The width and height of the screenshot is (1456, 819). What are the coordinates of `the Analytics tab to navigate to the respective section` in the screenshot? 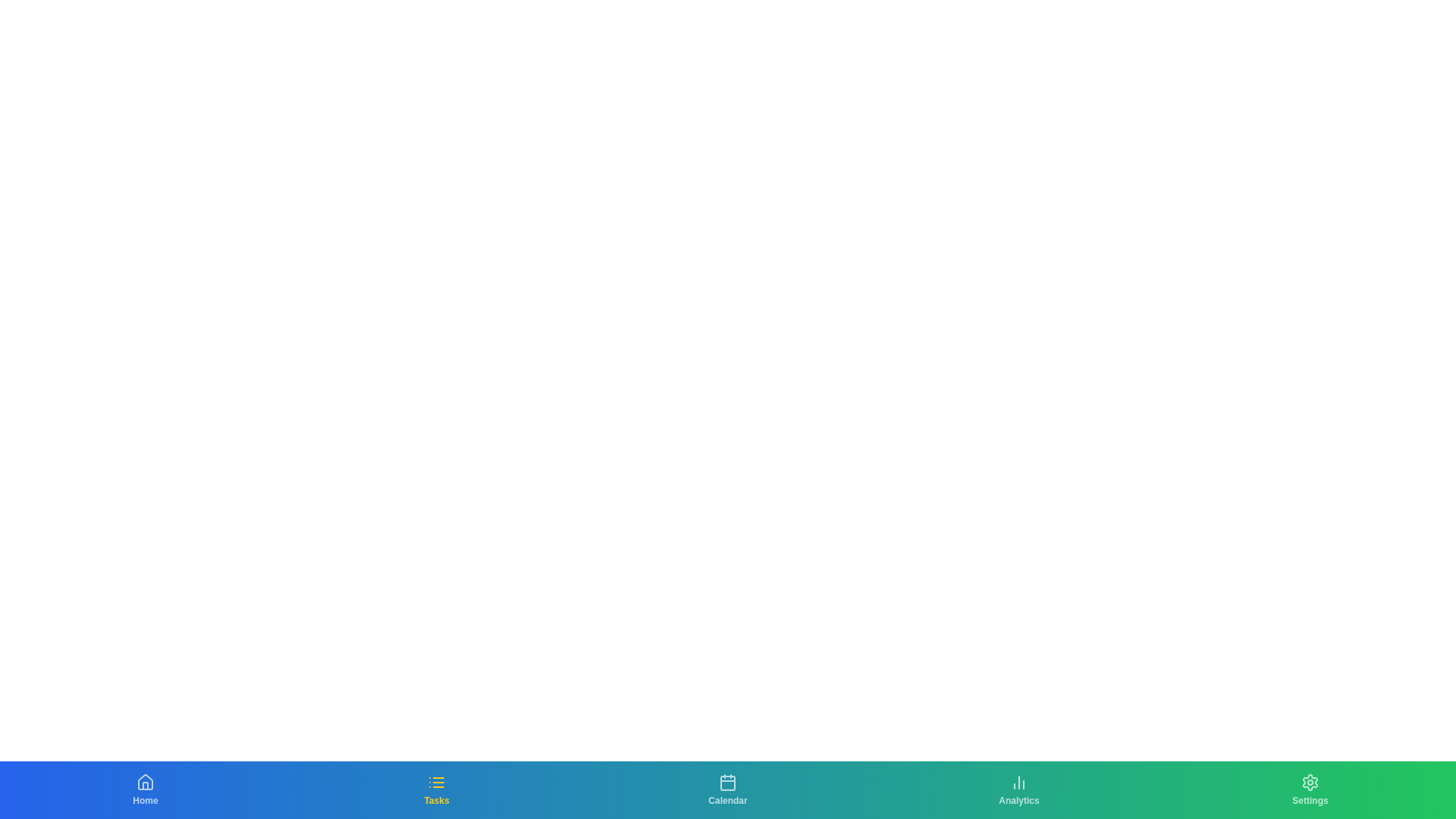 It's located at (1019, 789).